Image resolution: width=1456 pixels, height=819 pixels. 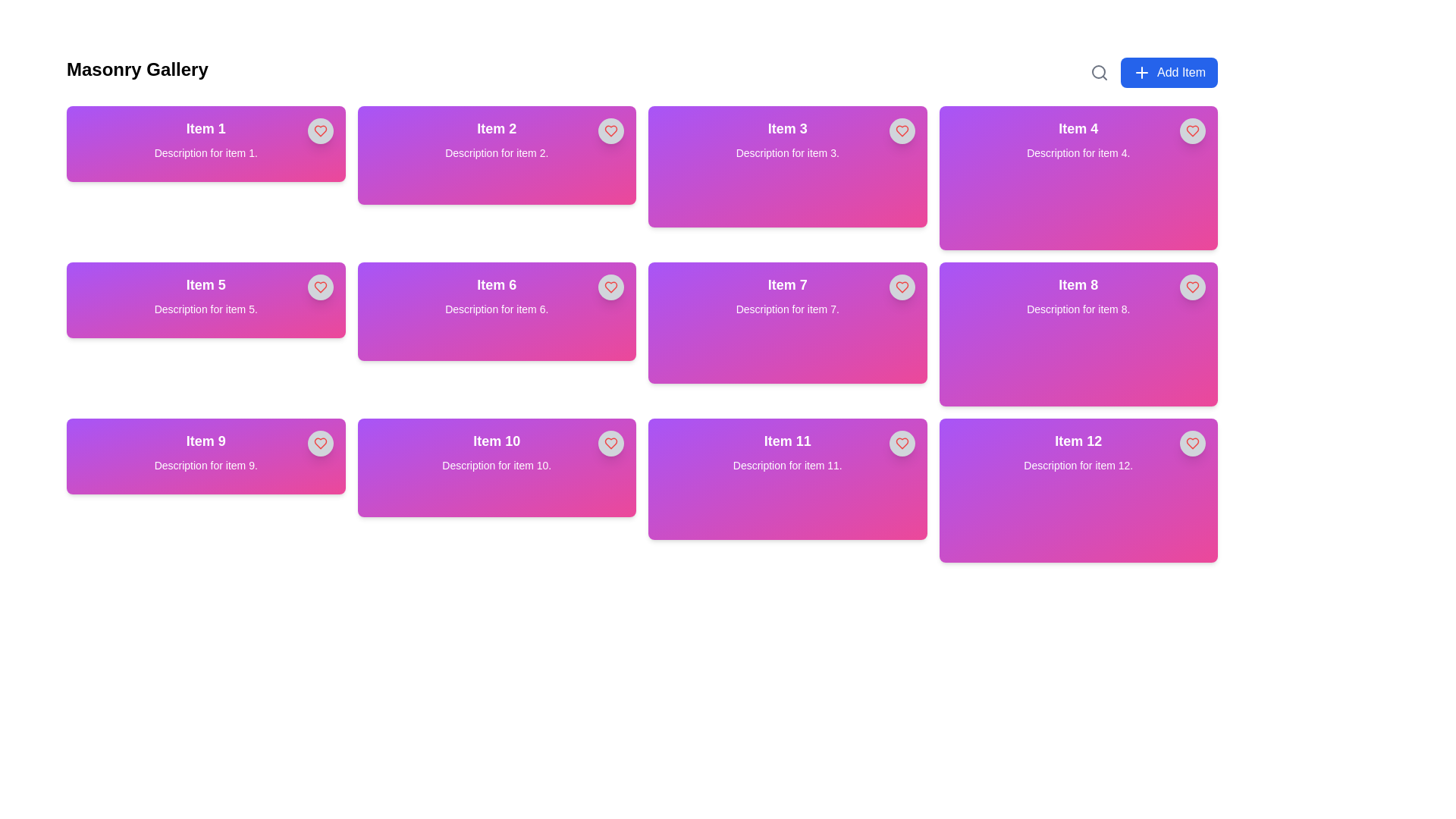 I want to click on the favorite button with an icon located at the top-right corner of the card labeled 'Item 3' to favorite the associated item, so click(x=902, y=130).